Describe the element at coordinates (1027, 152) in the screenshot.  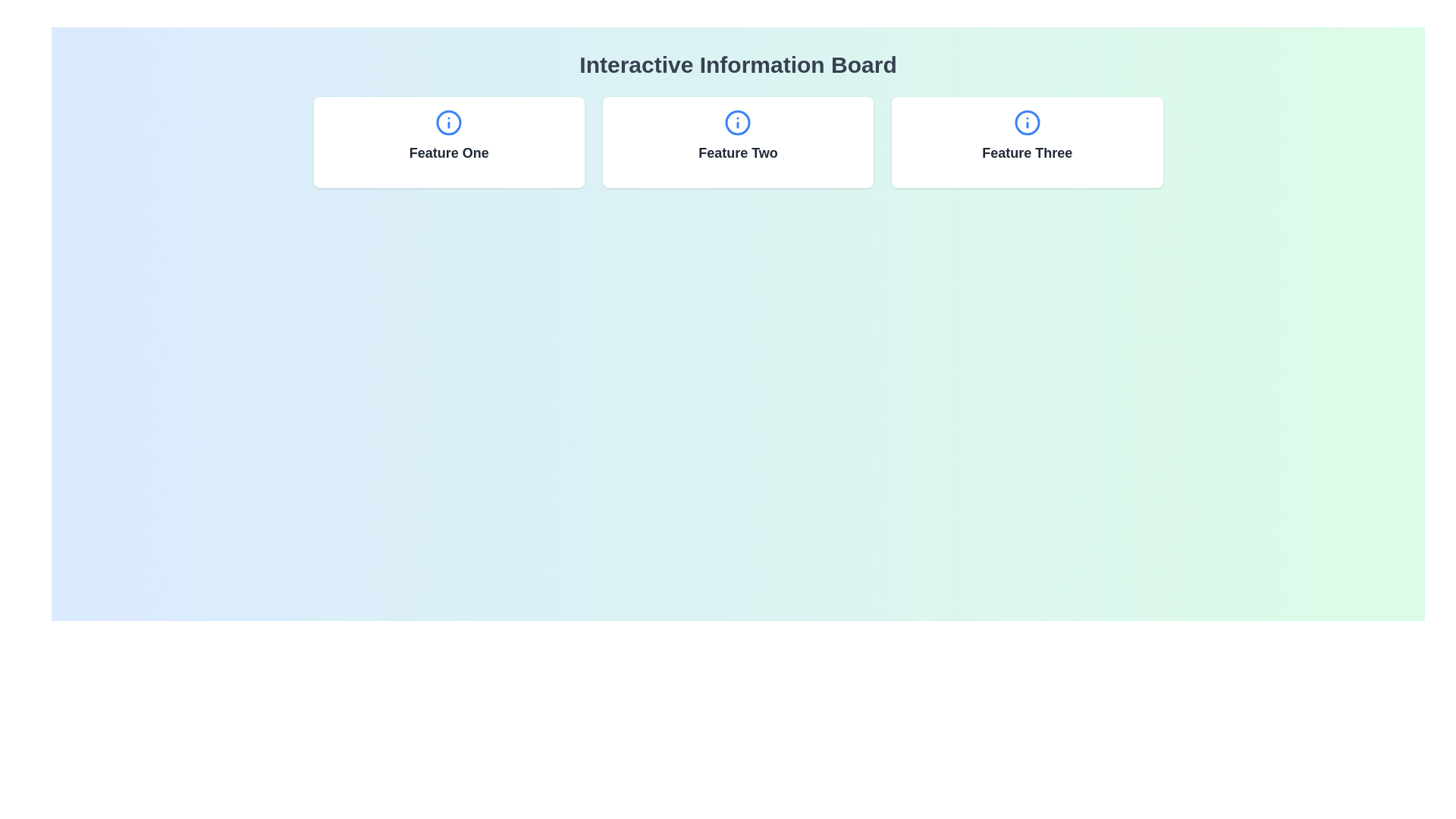
I see `the text component labeled 'Feature Three' located in the rightmost card of the grid layout` at that location.